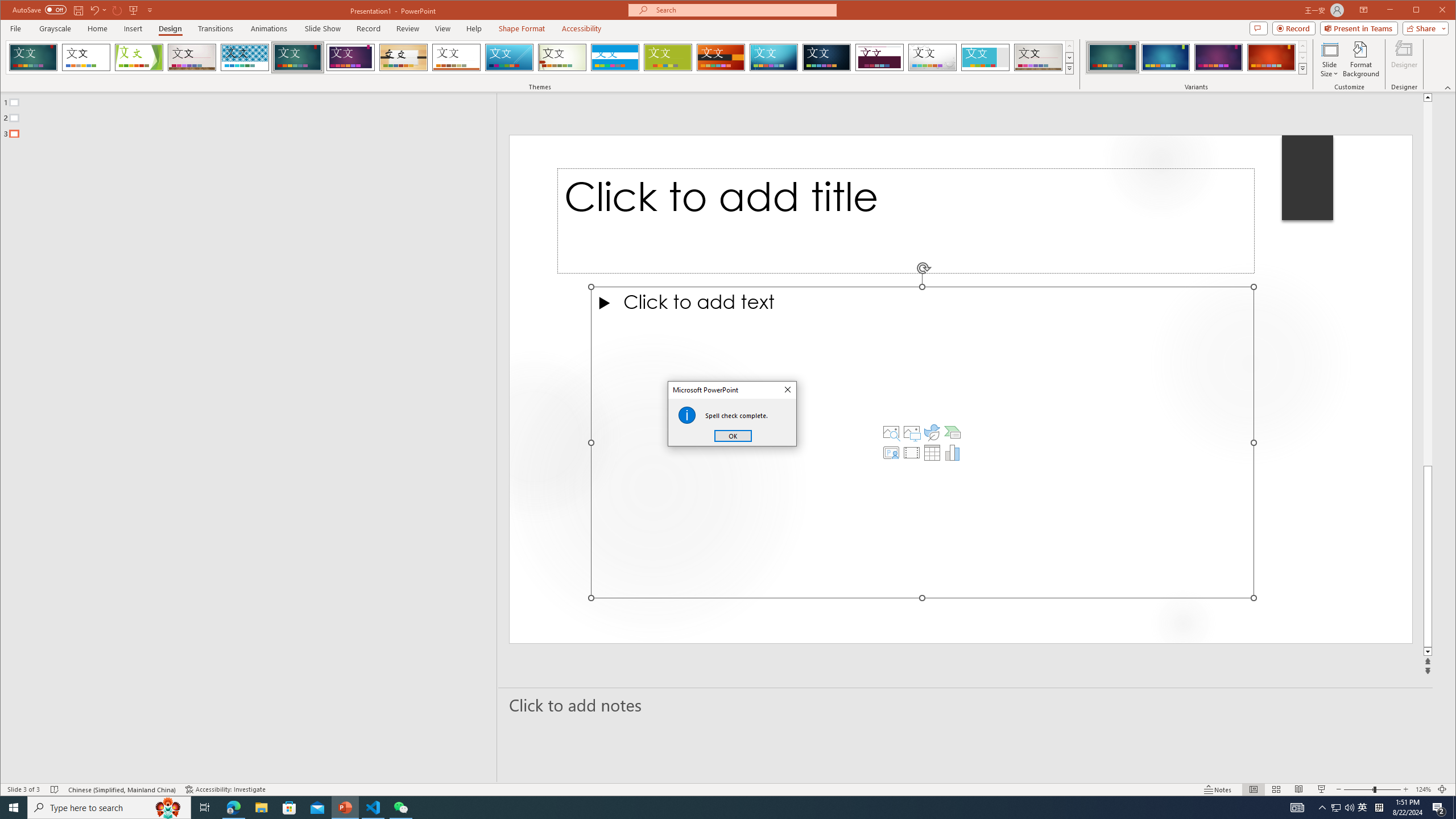 The width and height of the screenshot is (1456, 819). Describe the element at coordinates (721, 57) in the screenshot. I see `'Berlin'` at that location.